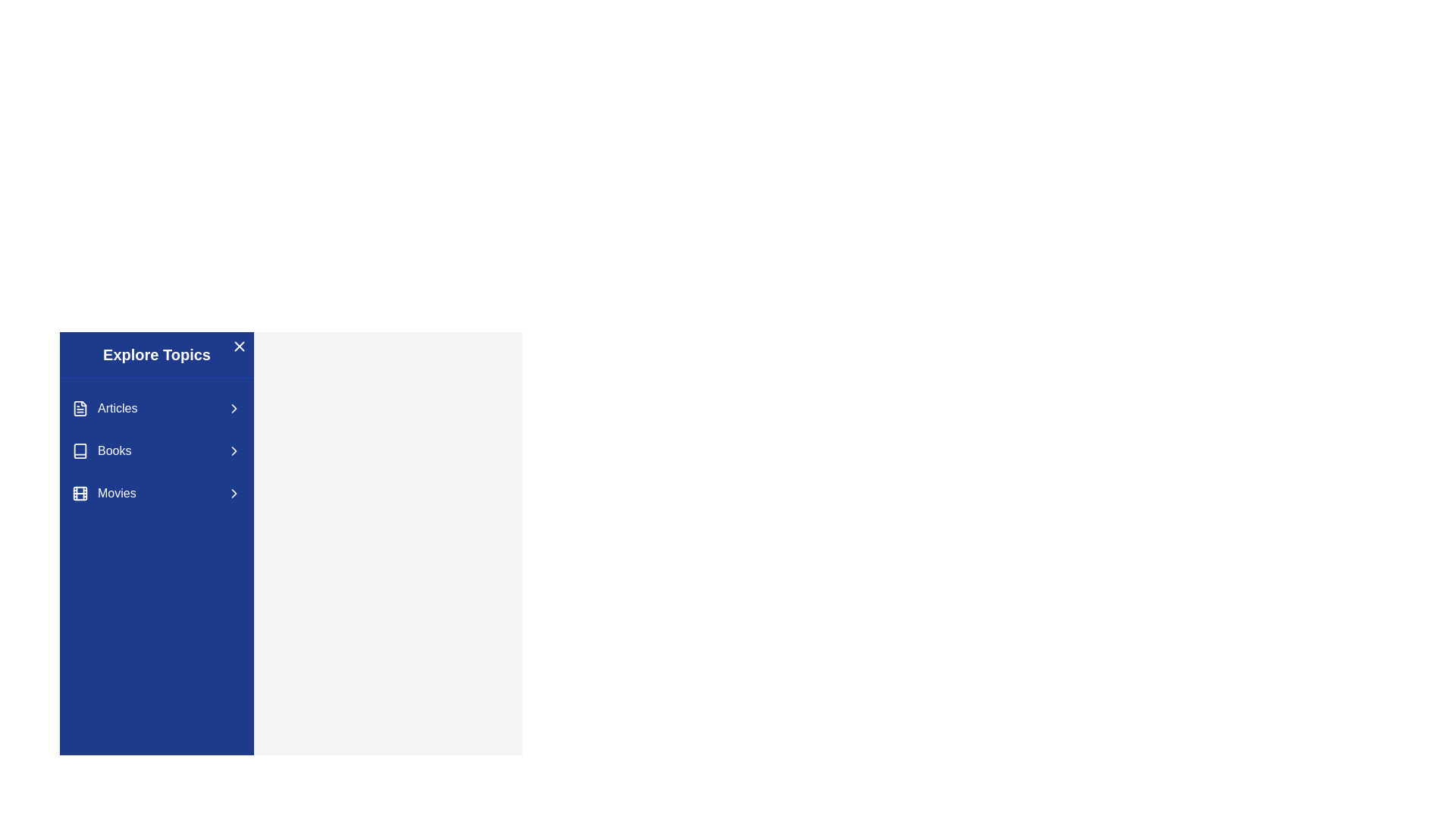 The width and height of the screenshot is (1456, 819). I want to click on the icon associated with the 'Articles' menu item, which is located at the top left corner of the menu item, so click(79, 408).